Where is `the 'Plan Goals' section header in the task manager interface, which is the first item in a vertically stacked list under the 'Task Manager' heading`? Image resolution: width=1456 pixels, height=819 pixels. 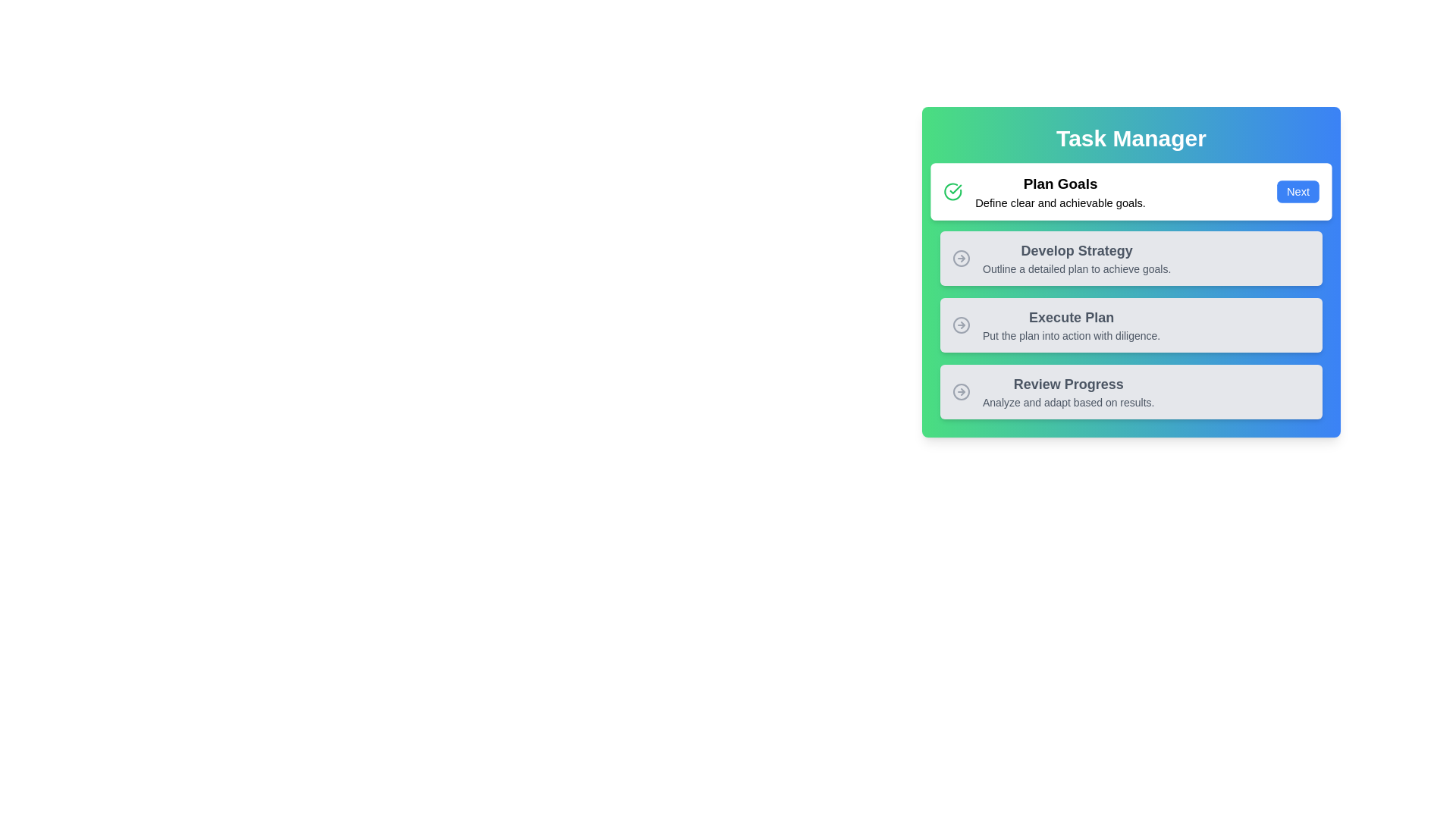 the 'Plan Goals' section header in the task manager interface, which is the first item in a vertically stacked list under the 'Task Manager' heading is located at coordinates (1059, 191).